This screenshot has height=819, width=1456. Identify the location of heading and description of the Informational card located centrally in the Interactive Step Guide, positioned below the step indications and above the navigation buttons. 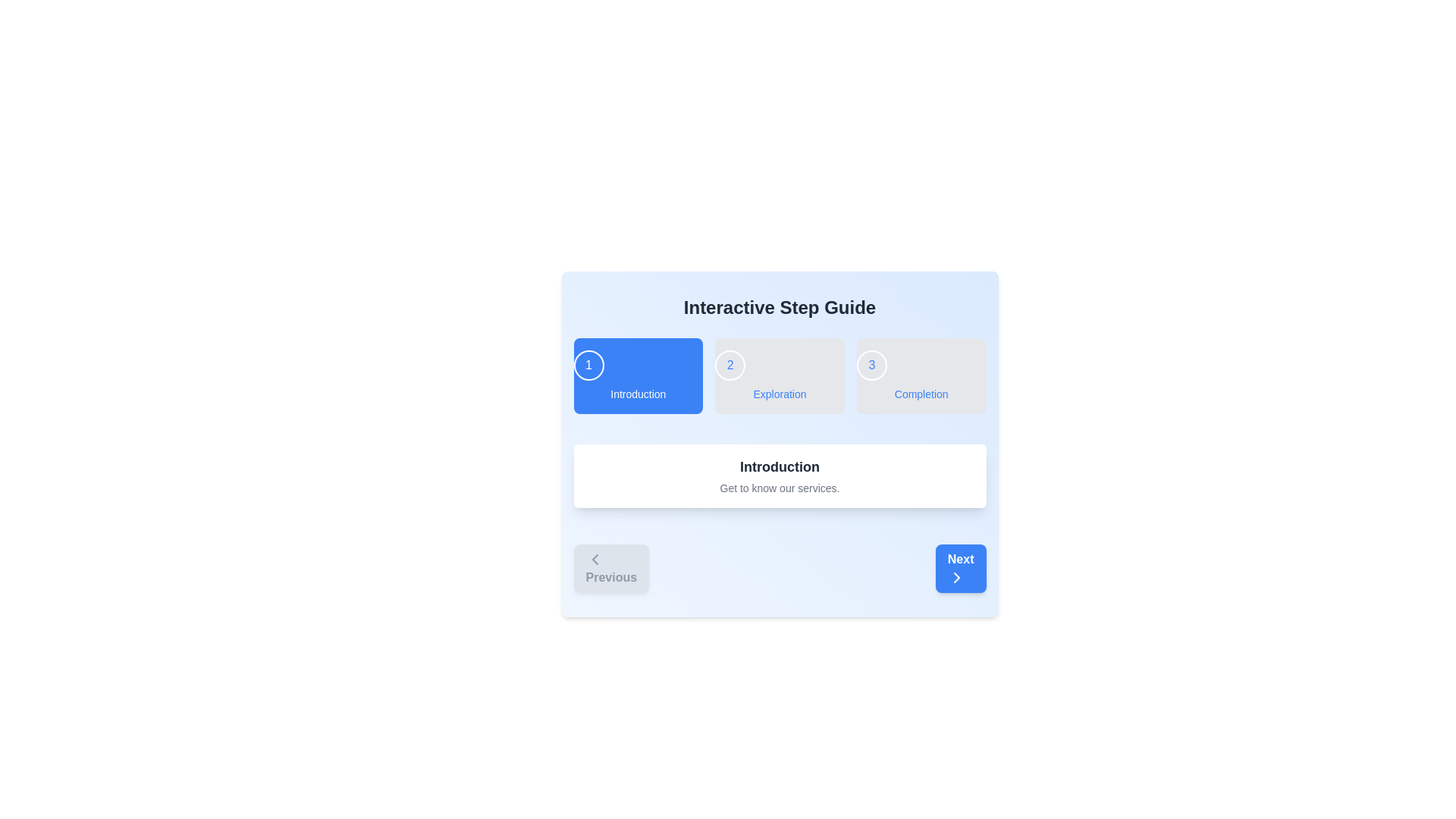
(780, 475).